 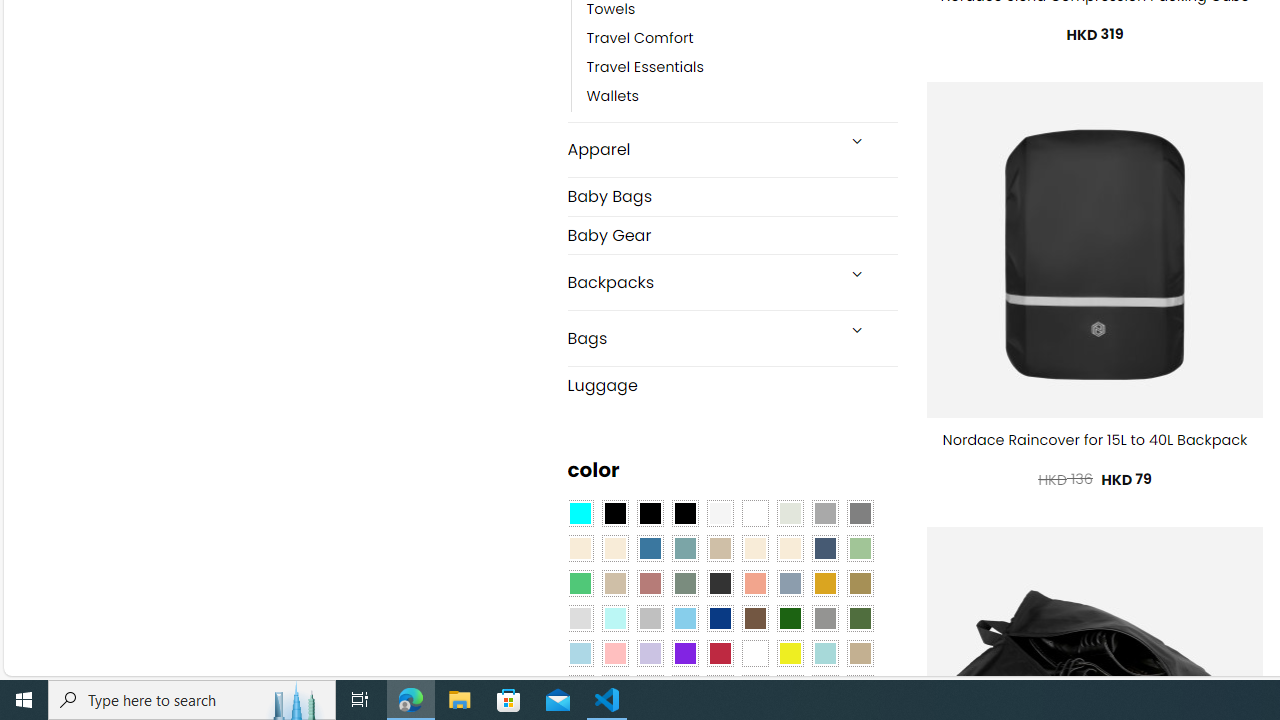 I want to click on 'Blue', so click(x=650, y=549).